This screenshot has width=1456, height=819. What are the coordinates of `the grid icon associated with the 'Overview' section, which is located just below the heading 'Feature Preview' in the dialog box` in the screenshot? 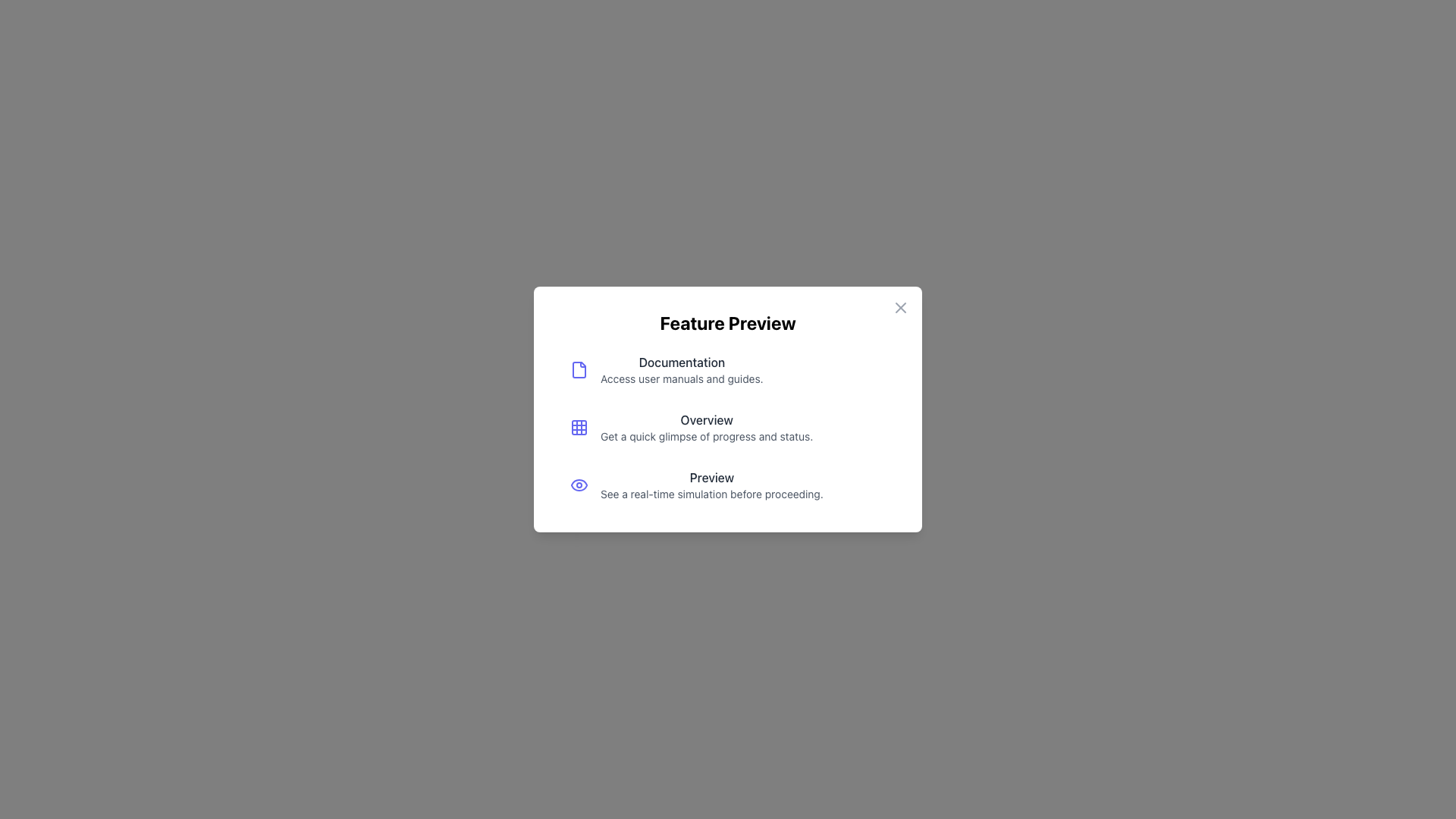 It's located at (578, 427).